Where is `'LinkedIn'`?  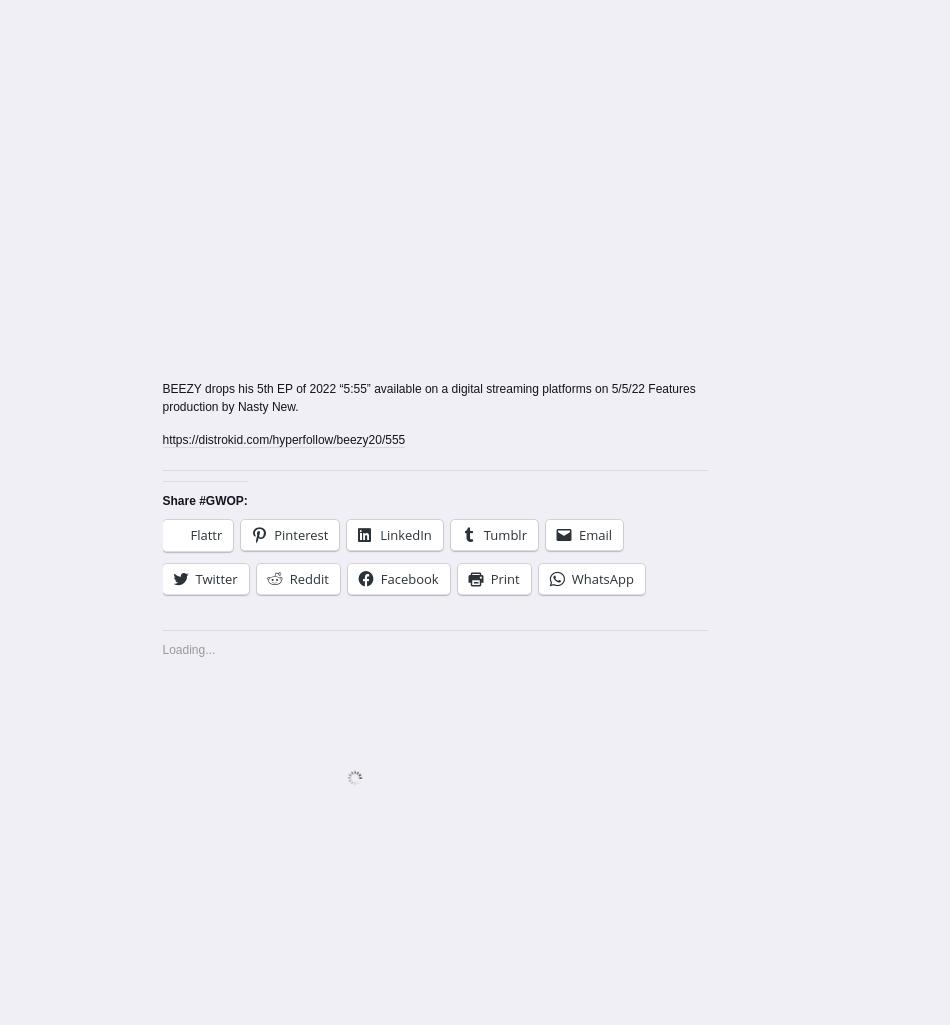
'LinkedIn' is located at coordinates (404, 534).